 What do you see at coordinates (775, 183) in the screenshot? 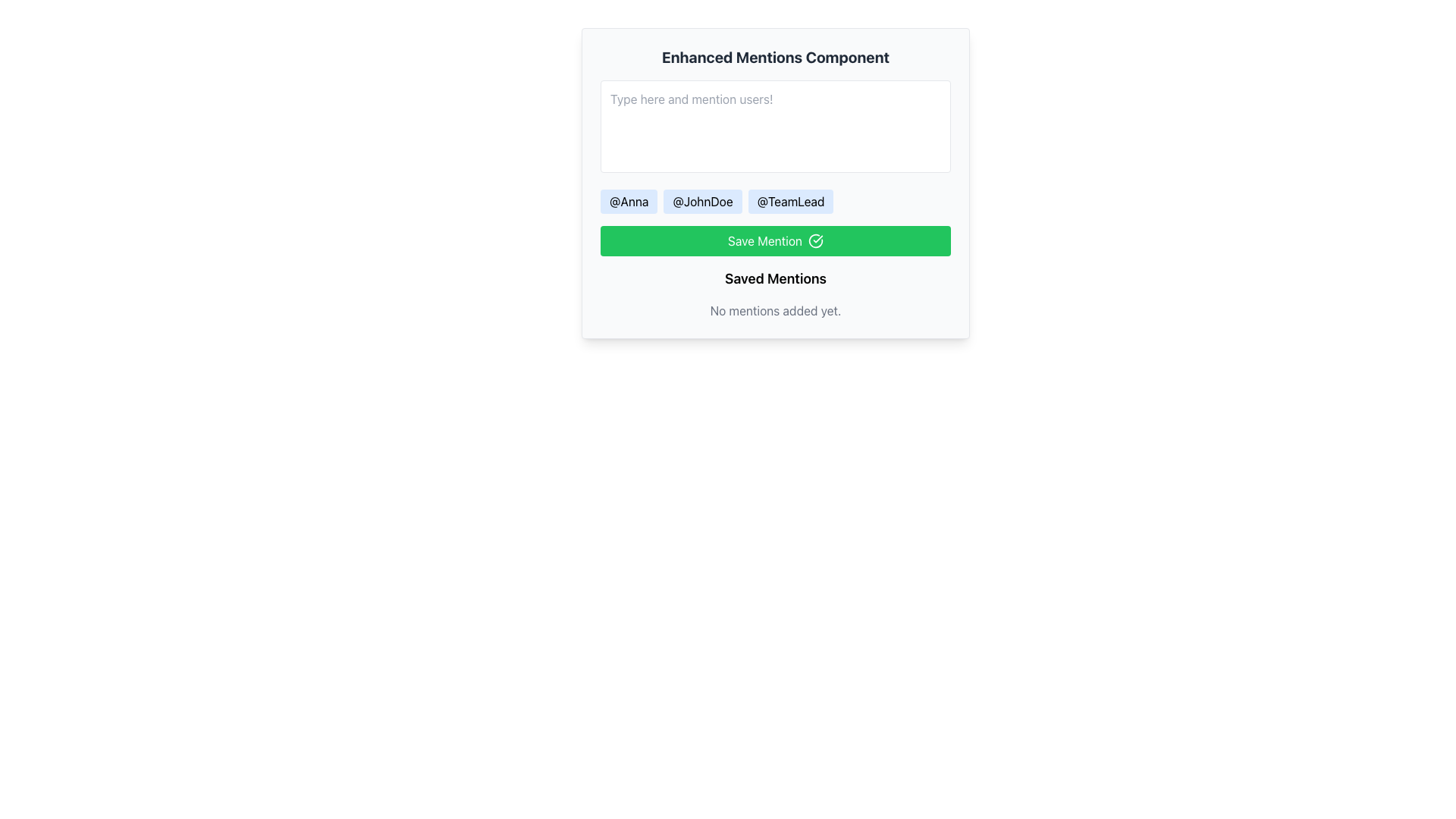
I see `the Enhanced Mentions Component` at bounding box center [775, 183].